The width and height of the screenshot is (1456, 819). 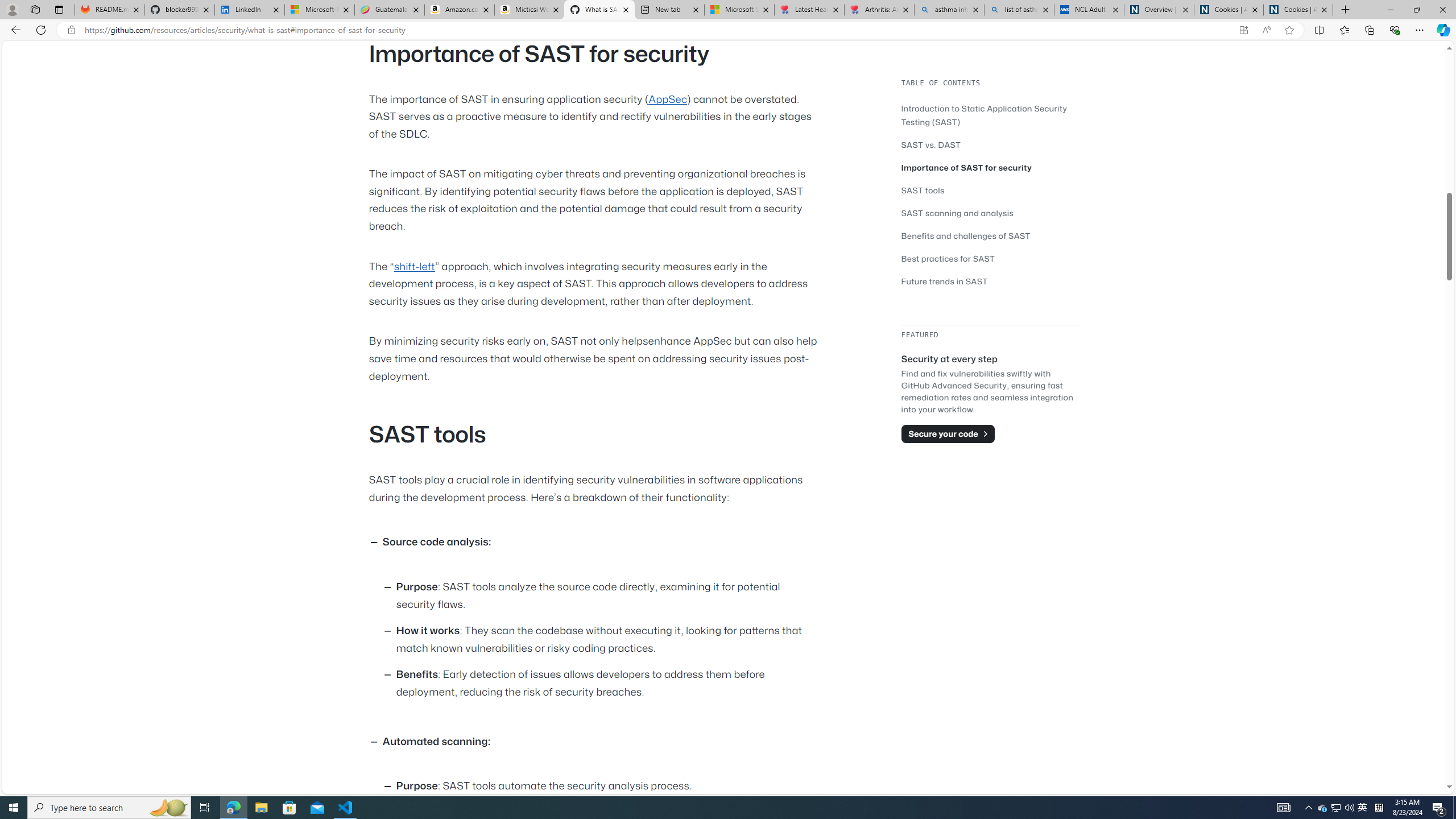 What do you see at coordinates (990, 144) in the screenshot?
I see `'SAST vs. DAST'` at bounding box center [990, 144].